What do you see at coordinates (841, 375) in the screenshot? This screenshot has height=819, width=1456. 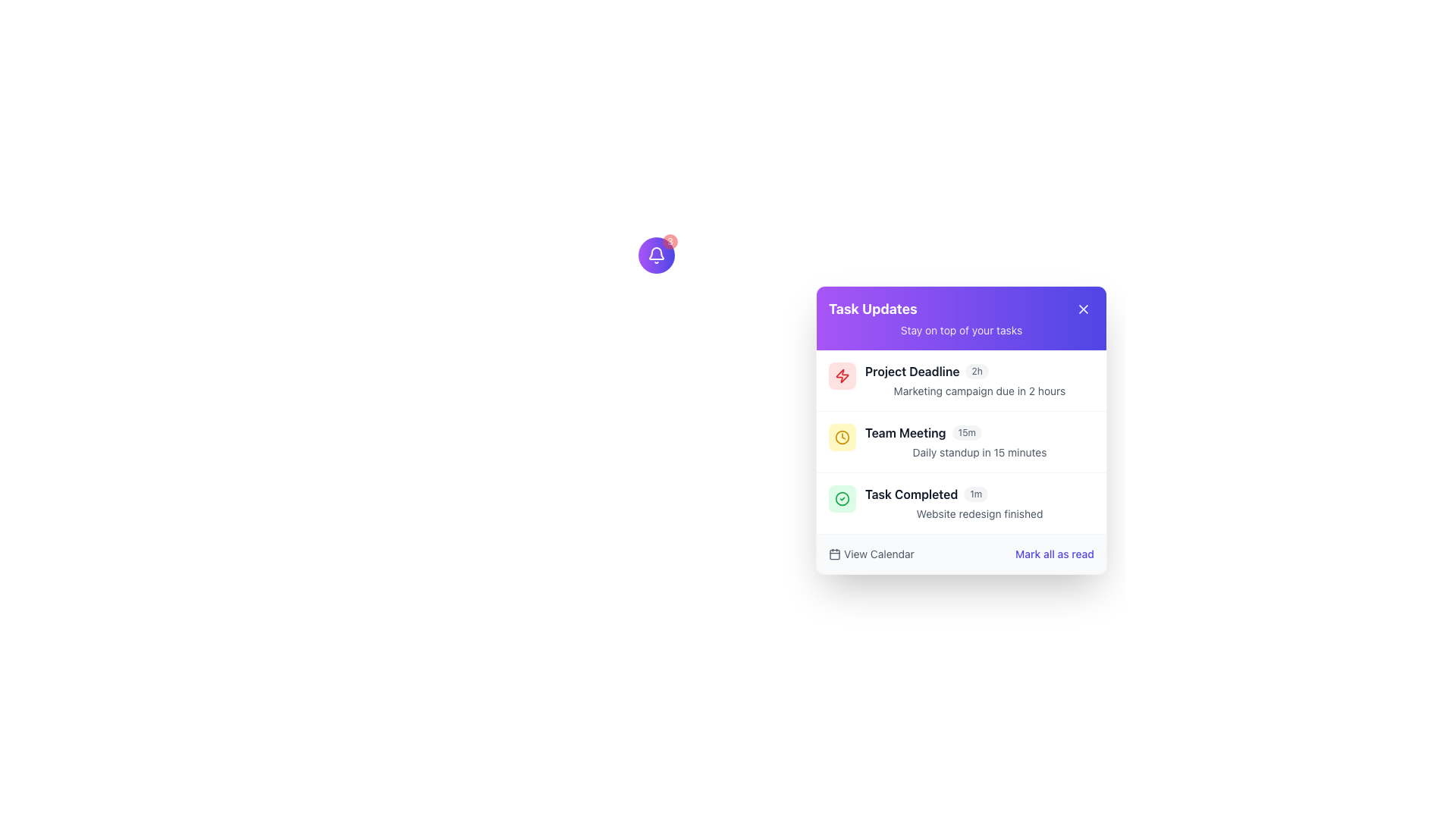 I see `the lightning bolt icon embedded within the SVG element, which is a non-interactive feature related to speed or energy, located slightly above and to the left of the main notification panel` at bounding box center [841, 375].